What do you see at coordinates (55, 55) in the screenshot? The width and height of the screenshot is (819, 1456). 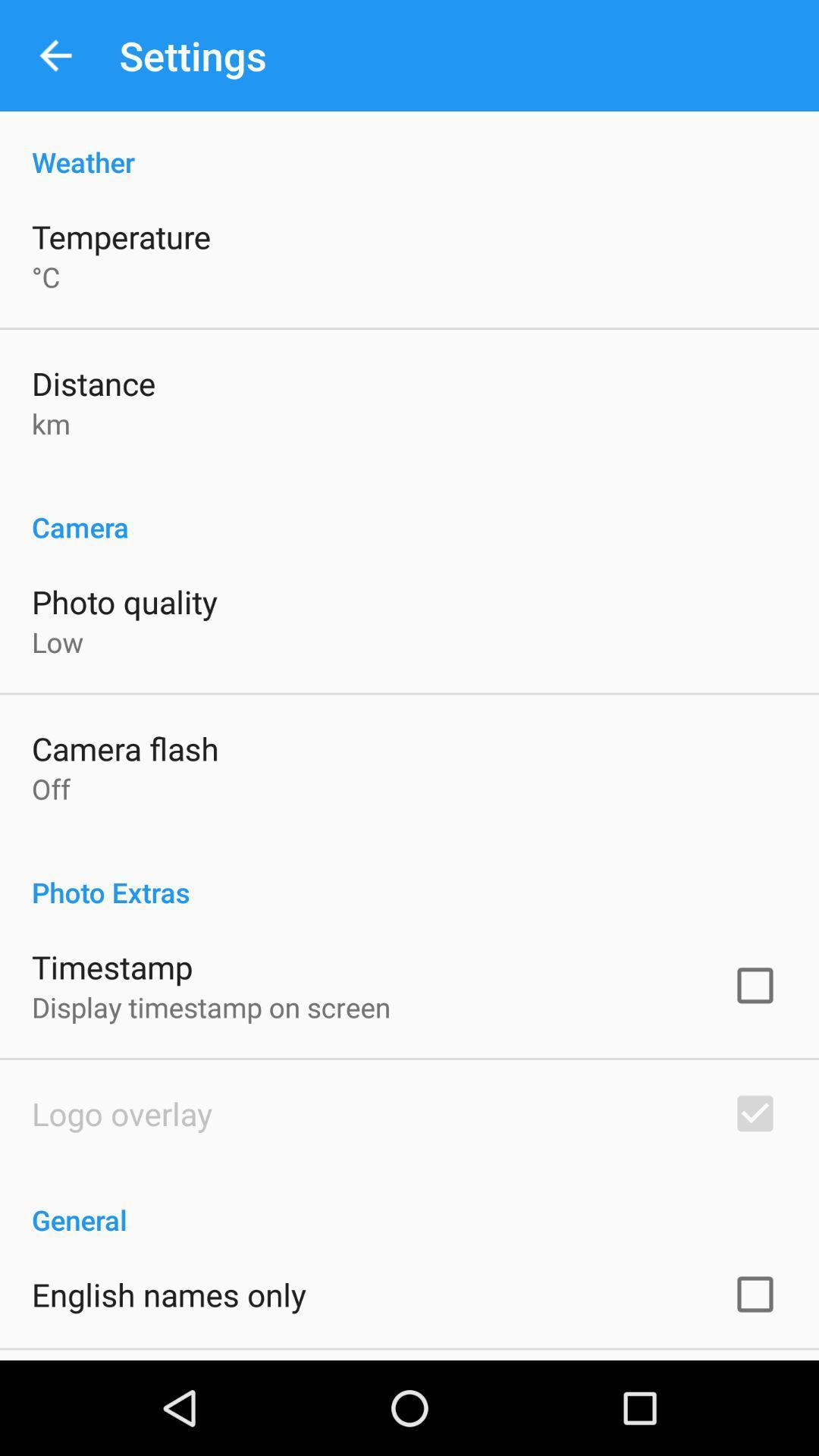 I see `previous` at bounding box center [55, 55].